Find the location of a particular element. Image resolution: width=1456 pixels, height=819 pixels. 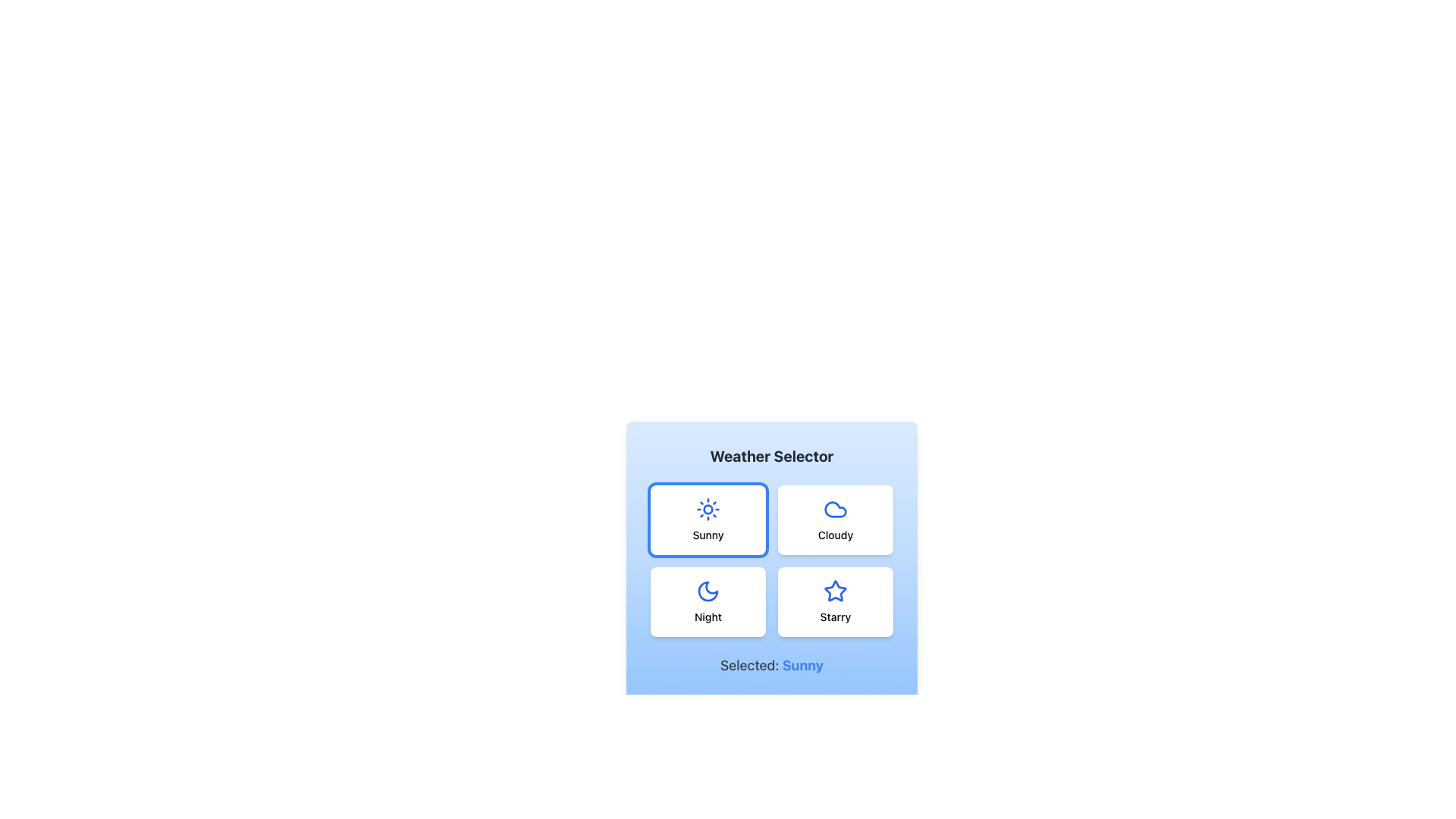

the 'Cloudy' weather icon in the weather selection interface is located at coordinates (835, 509).